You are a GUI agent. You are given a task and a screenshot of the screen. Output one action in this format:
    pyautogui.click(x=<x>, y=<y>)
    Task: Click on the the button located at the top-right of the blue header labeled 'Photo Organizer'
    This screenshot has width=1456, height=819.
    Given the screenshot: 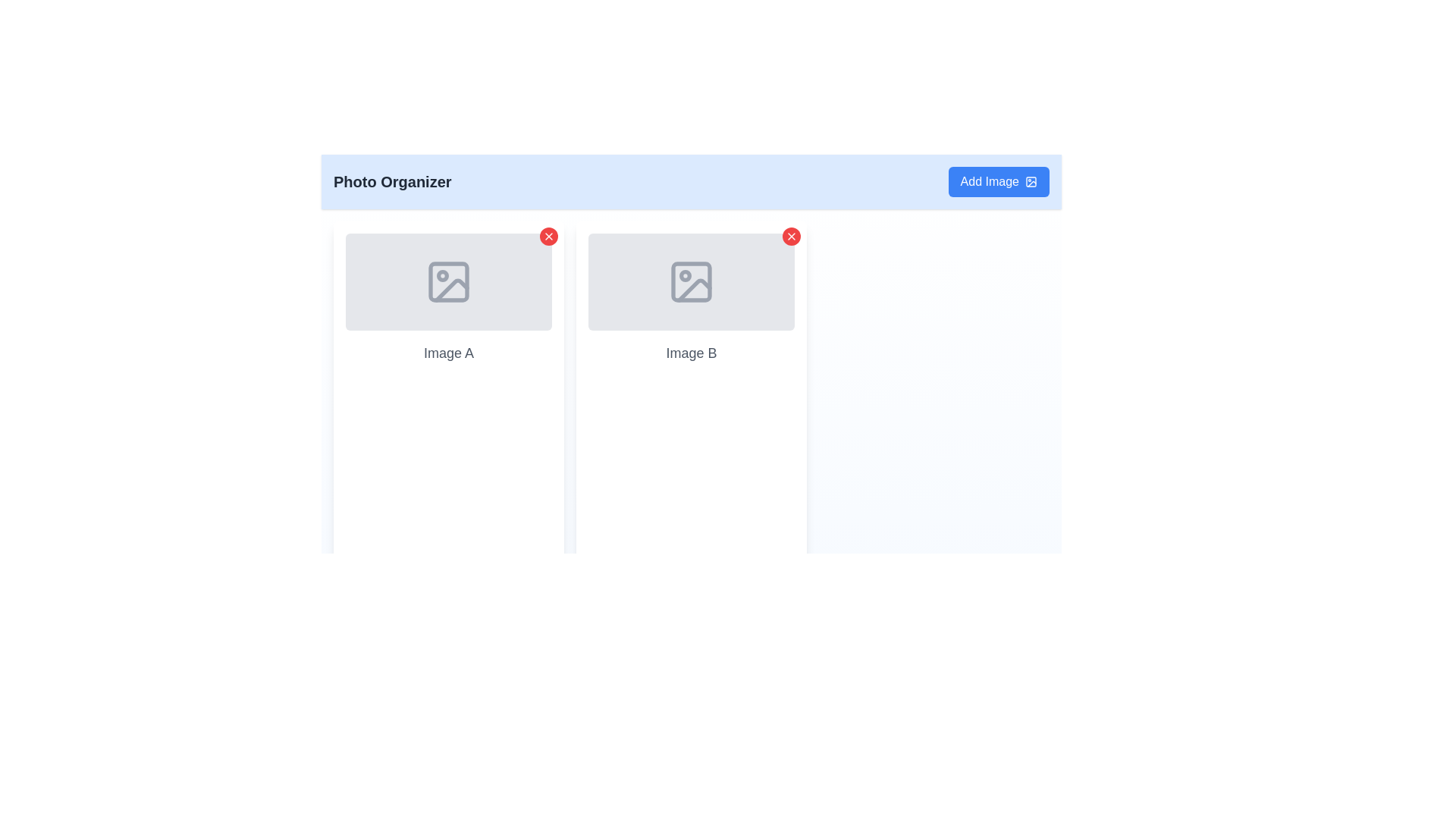 What is the action you would take?
    pyautogui.click(x=999, y=180)
    